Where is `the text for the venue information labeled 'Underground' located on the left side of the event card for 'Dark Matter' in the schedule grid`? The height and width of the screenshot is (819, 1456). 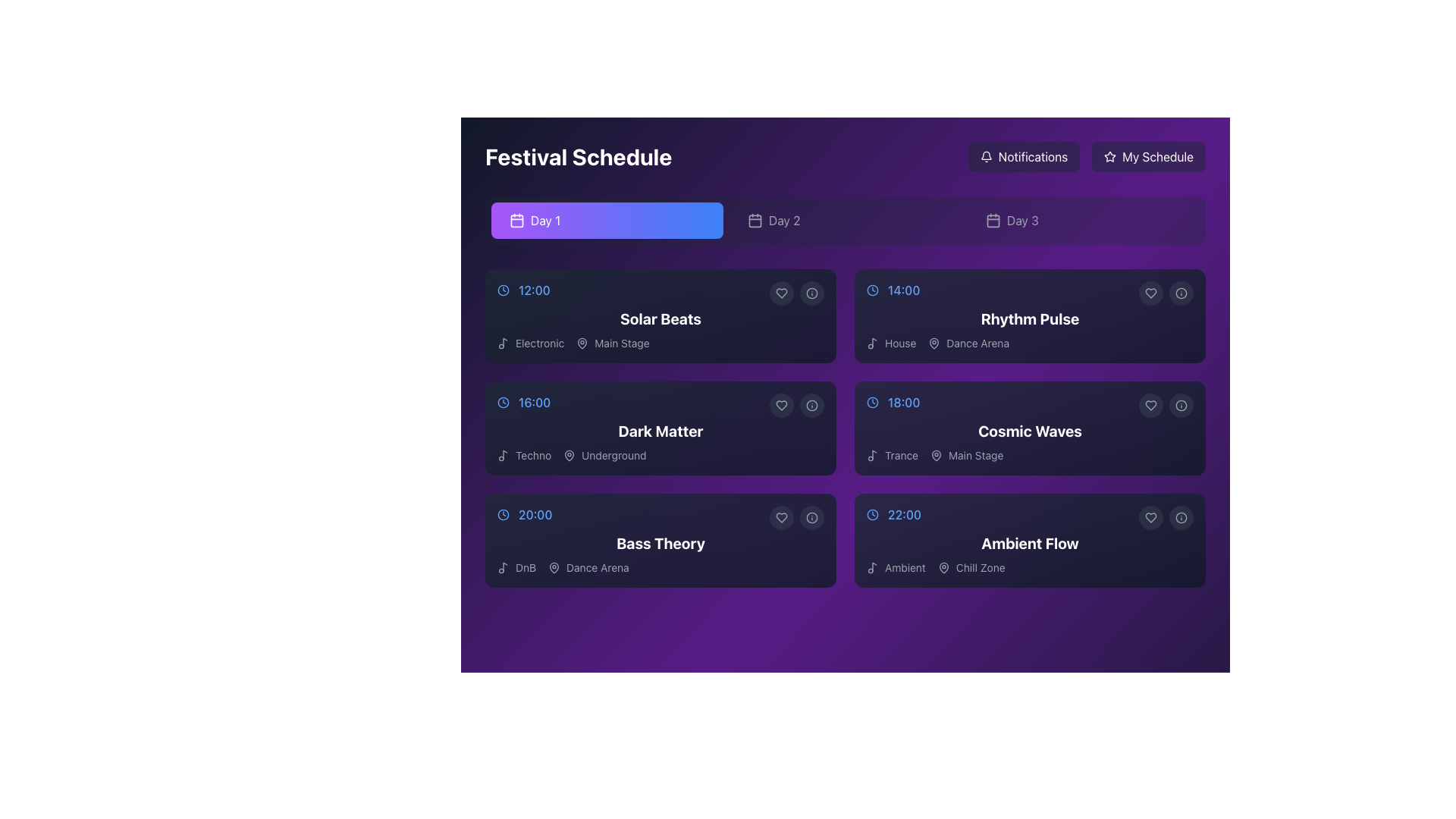 the text for the venue information labeled 'Underground' located on the left side of the event card for 'Dark Matter' in the schedule grid is located at coordinates (604, 455).